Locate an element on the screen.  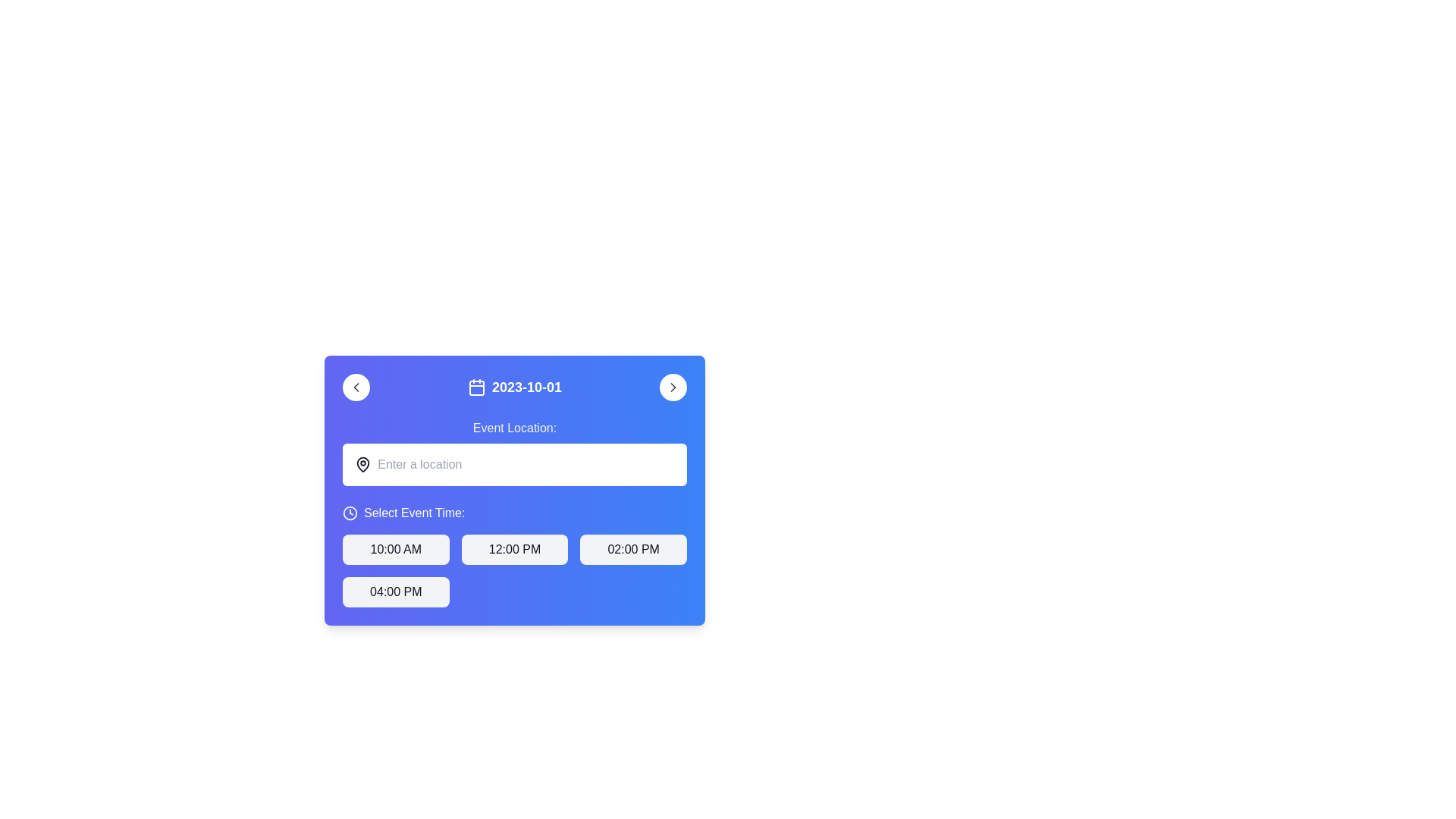
the selectable time options in the interactive grid layout under 'Select Event Time' is located at coordinates (514, 570).